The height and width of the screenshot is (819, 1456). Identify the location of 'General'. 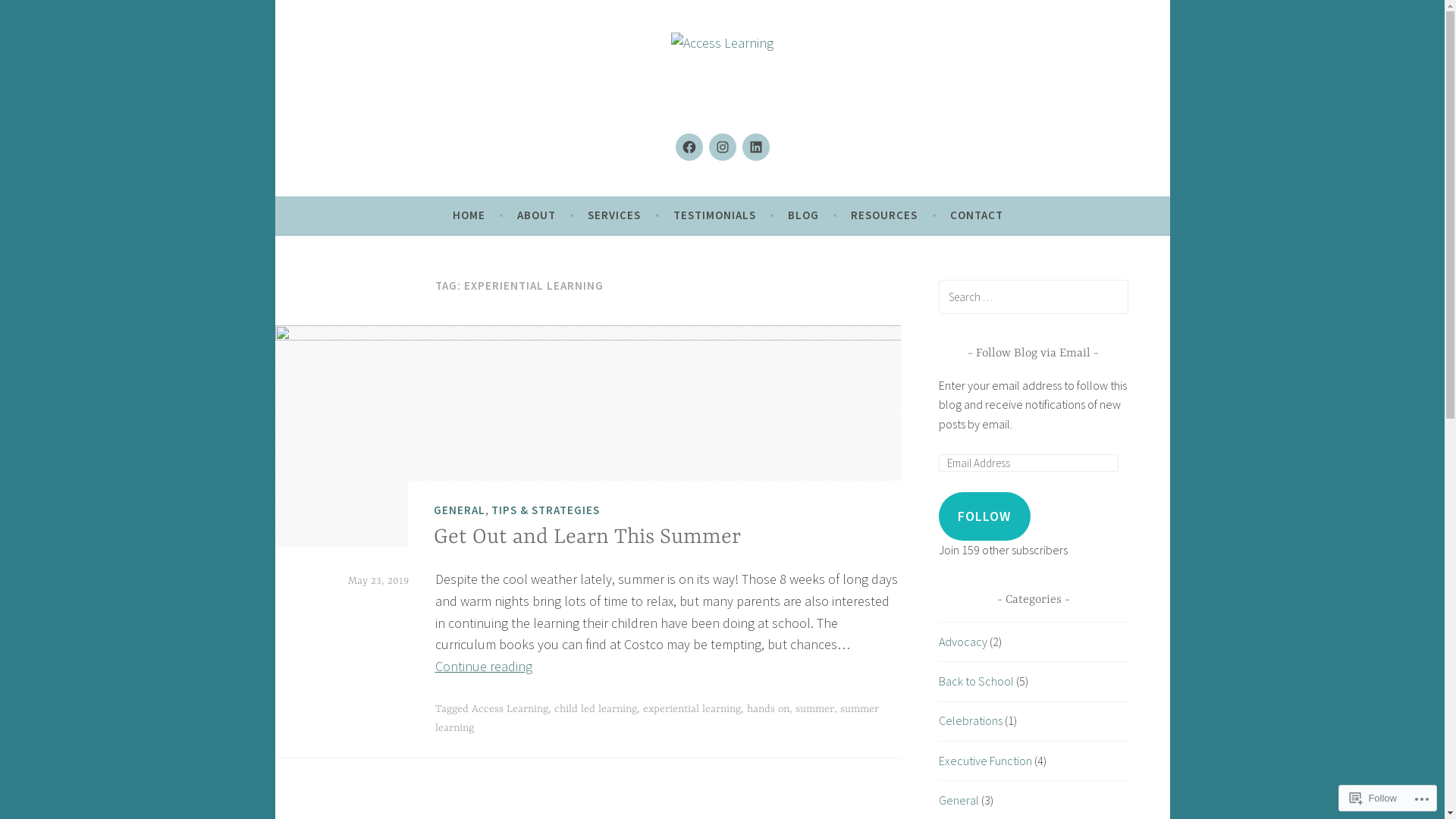
(958, 799).